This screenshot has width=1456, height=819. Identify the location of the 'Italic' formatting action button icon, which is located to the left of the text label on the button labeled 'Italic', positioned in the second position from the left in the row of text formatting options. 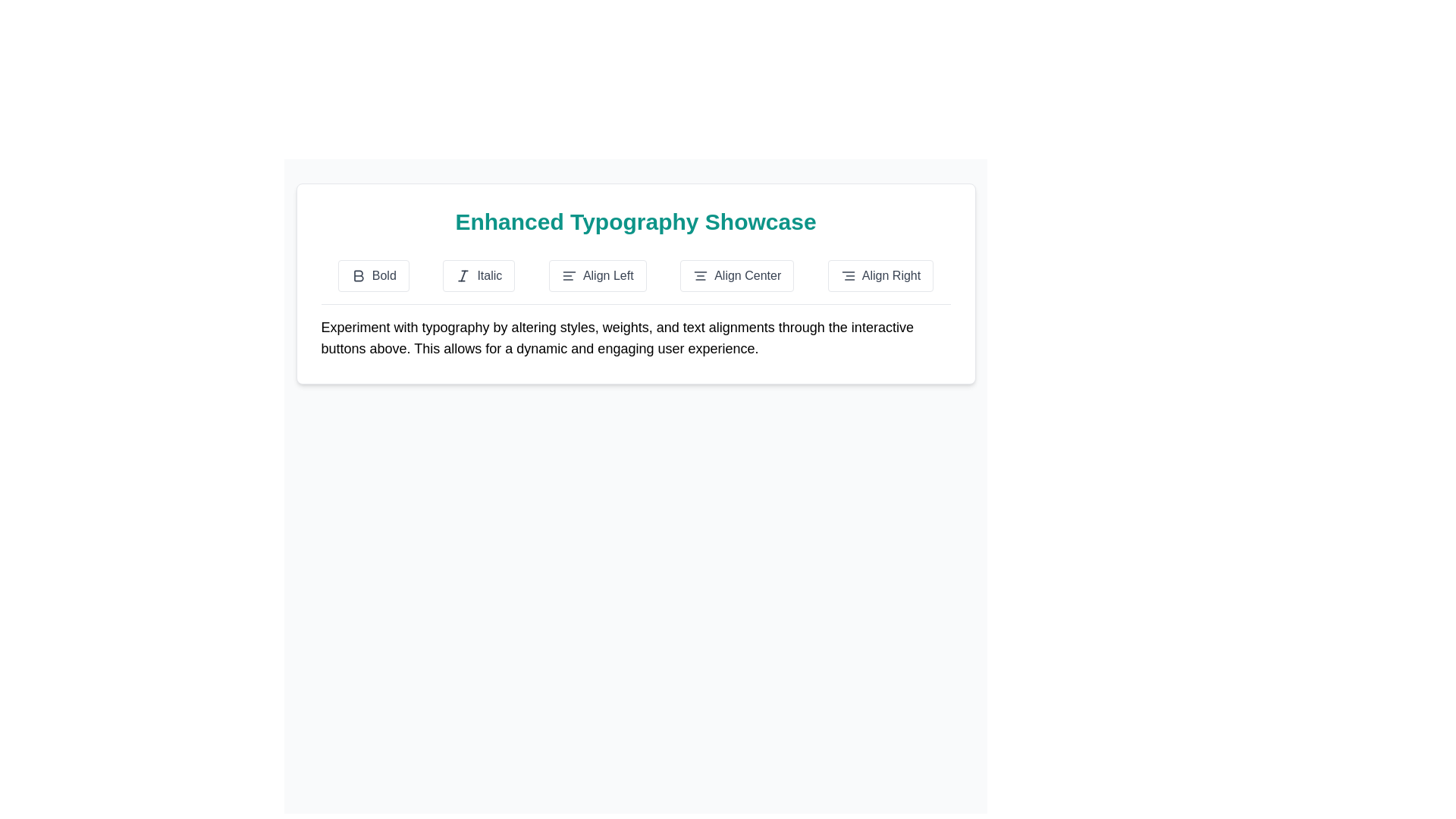
(463, 275).